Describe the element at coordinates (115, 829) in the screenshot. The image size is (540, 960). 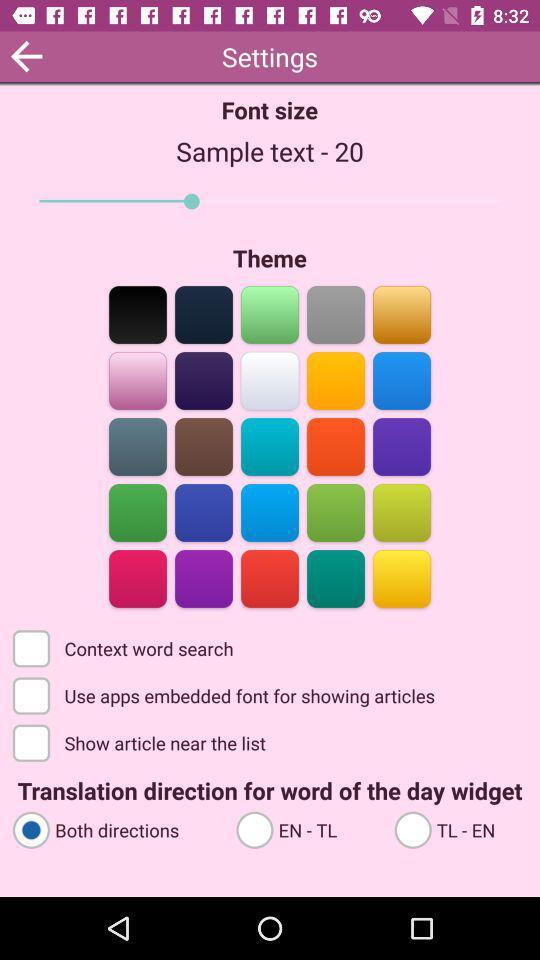
I see `item below translation direction for icon` at that location.